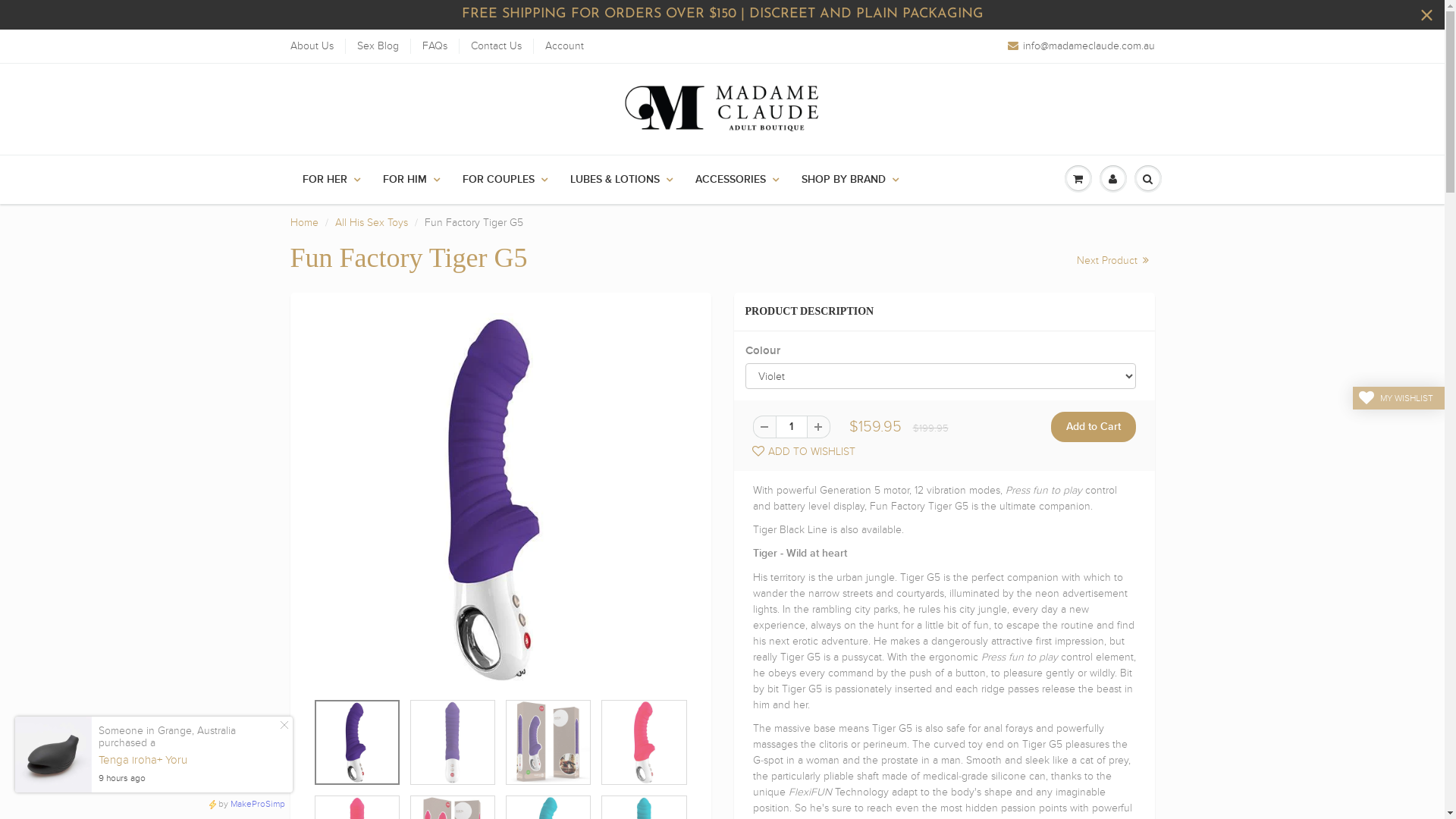 Image resolution: width=1456 pixels, height=819 pixels. What do you see at coordinates (433, 45) in the screenshot?
I see `'FAQs'` at bounding box center [433, 45].